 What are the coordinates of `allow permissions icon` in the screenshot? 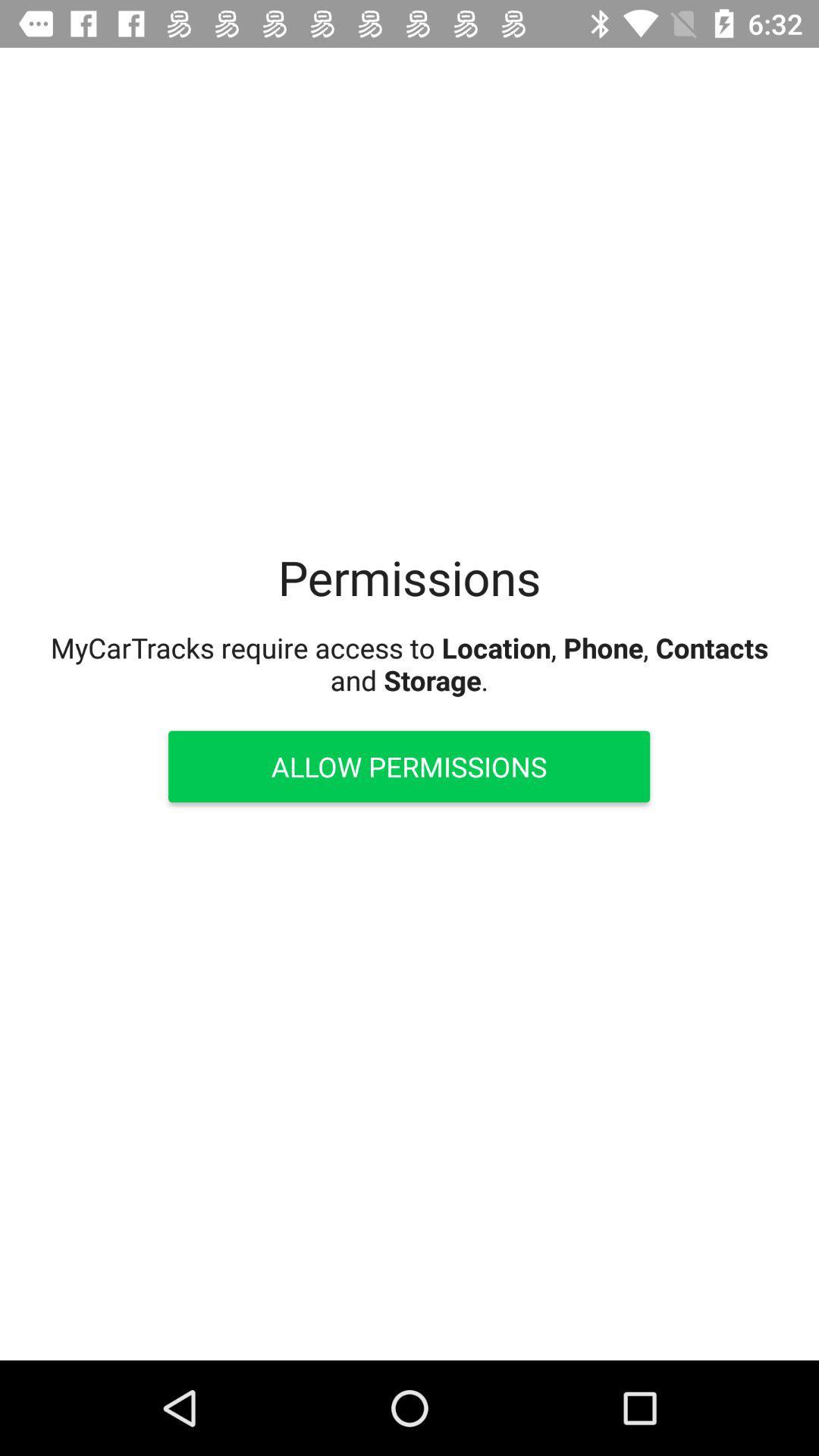 It's located at (408, 767).